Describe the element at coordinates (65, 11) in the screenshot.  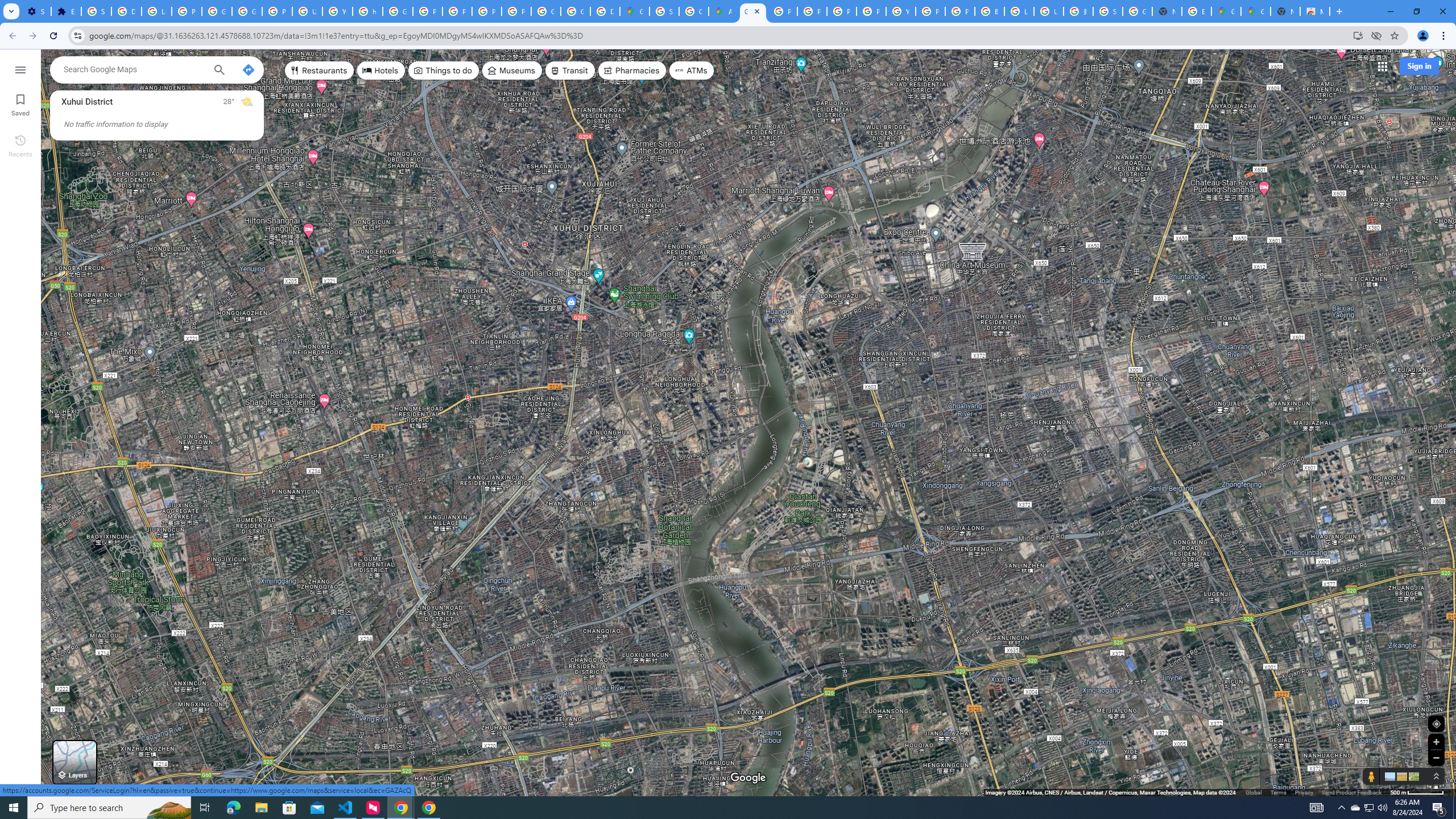
I see `'Extensions'` at that location.